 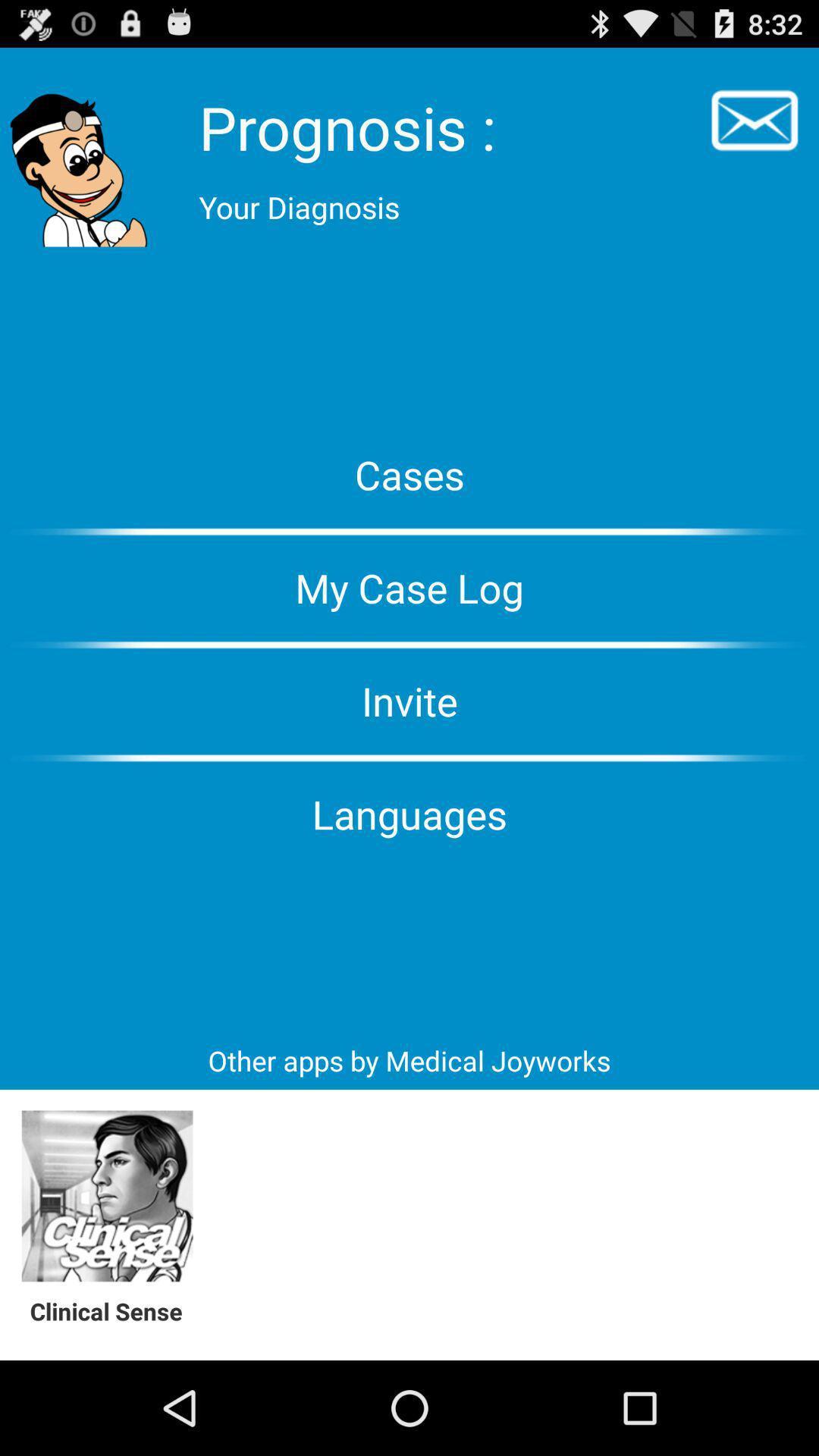 I want to click on languages item, so click(x=409, y=813).